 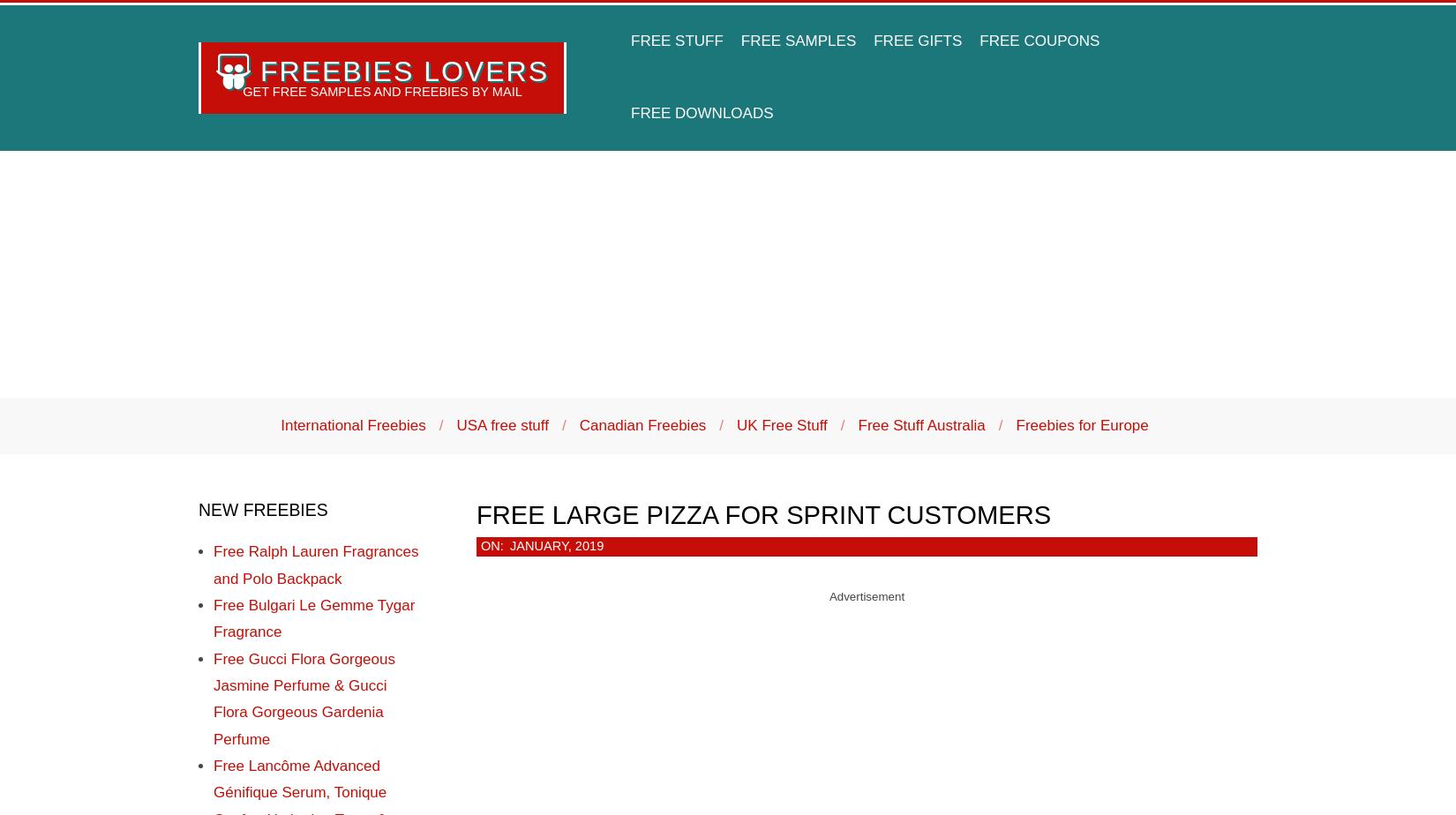 What do you see at coordinates (675, 41) in the screenshot?
I see `'Free Stuff'` at bounding box center [675, 41].